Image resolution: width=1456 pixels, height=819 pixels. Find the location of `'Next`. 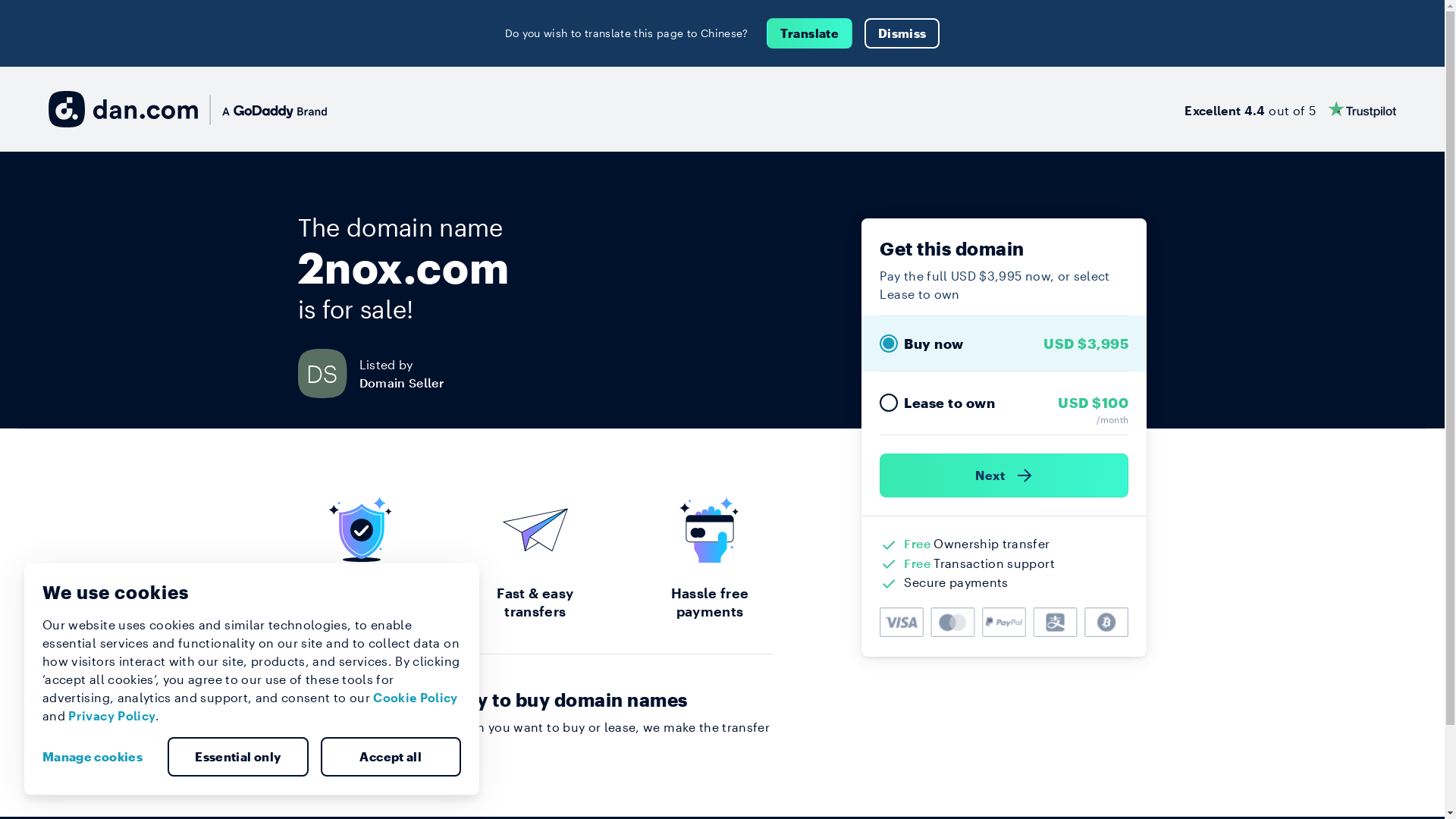

'Next is located at coordinates (1004, 475).